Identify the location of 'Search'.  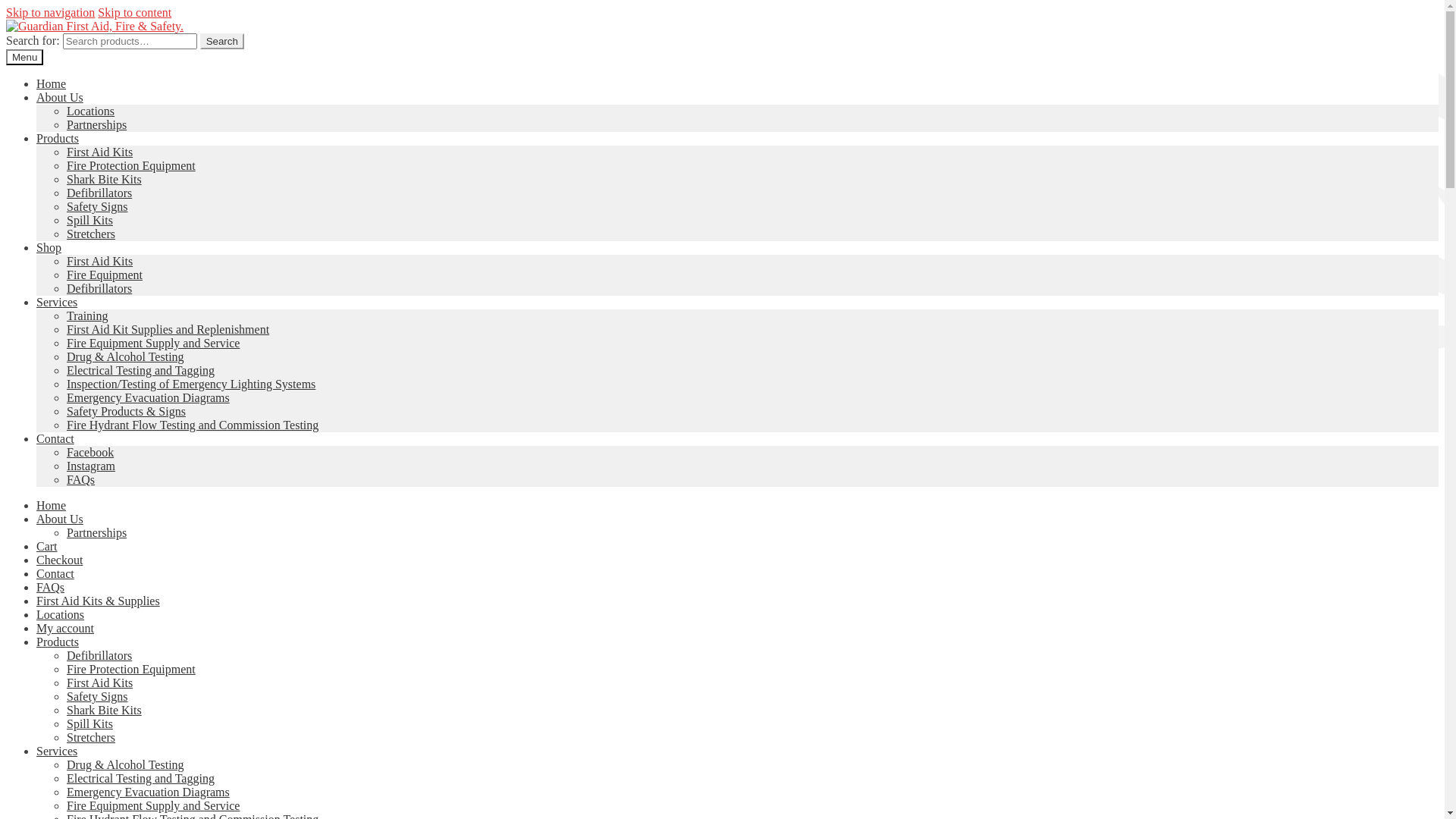
(221, 40).